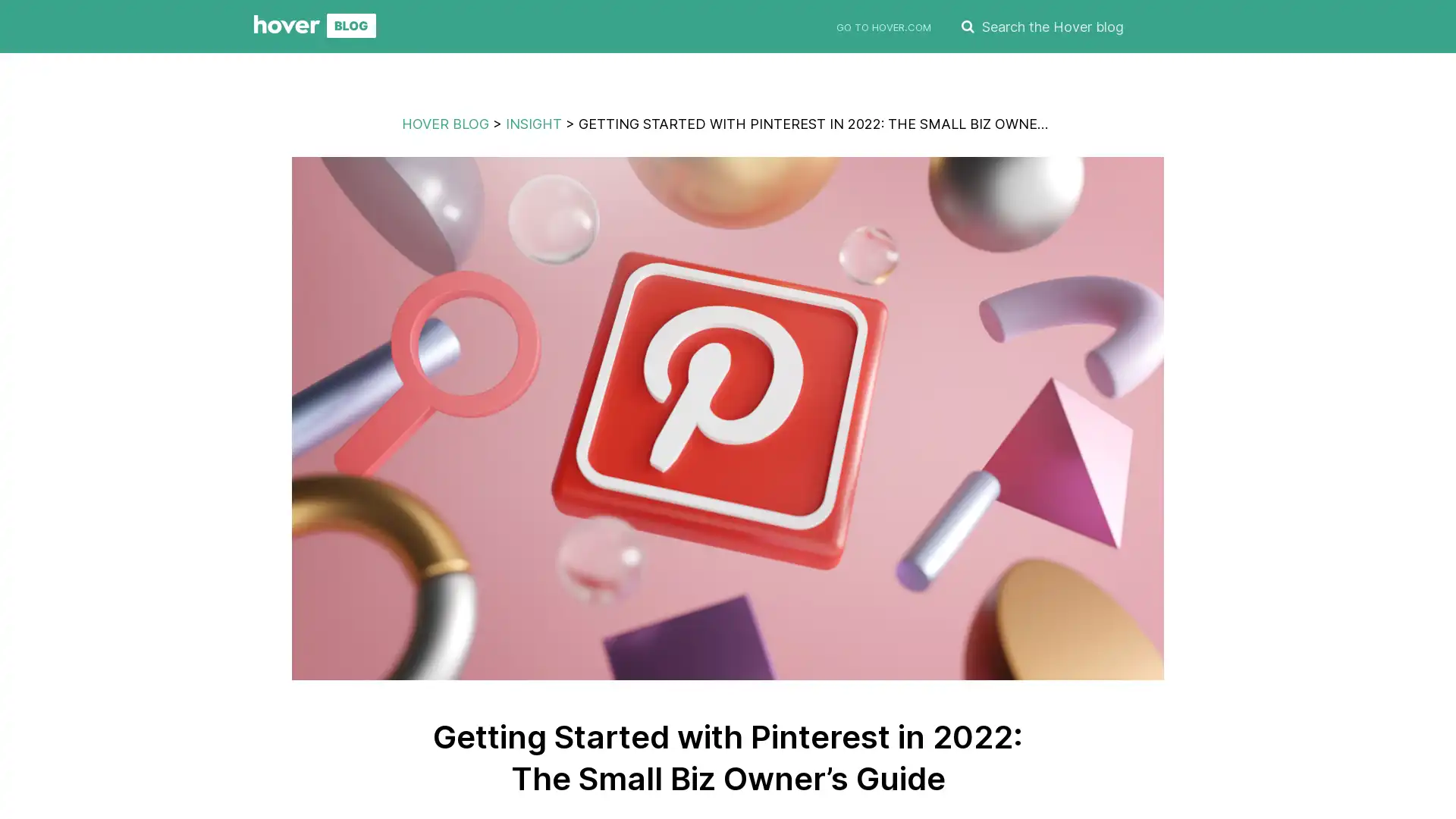  What do you see at coordinates (967, 26) in the screenshot?
I see `SEARCH` at bounding box center [967, 26].